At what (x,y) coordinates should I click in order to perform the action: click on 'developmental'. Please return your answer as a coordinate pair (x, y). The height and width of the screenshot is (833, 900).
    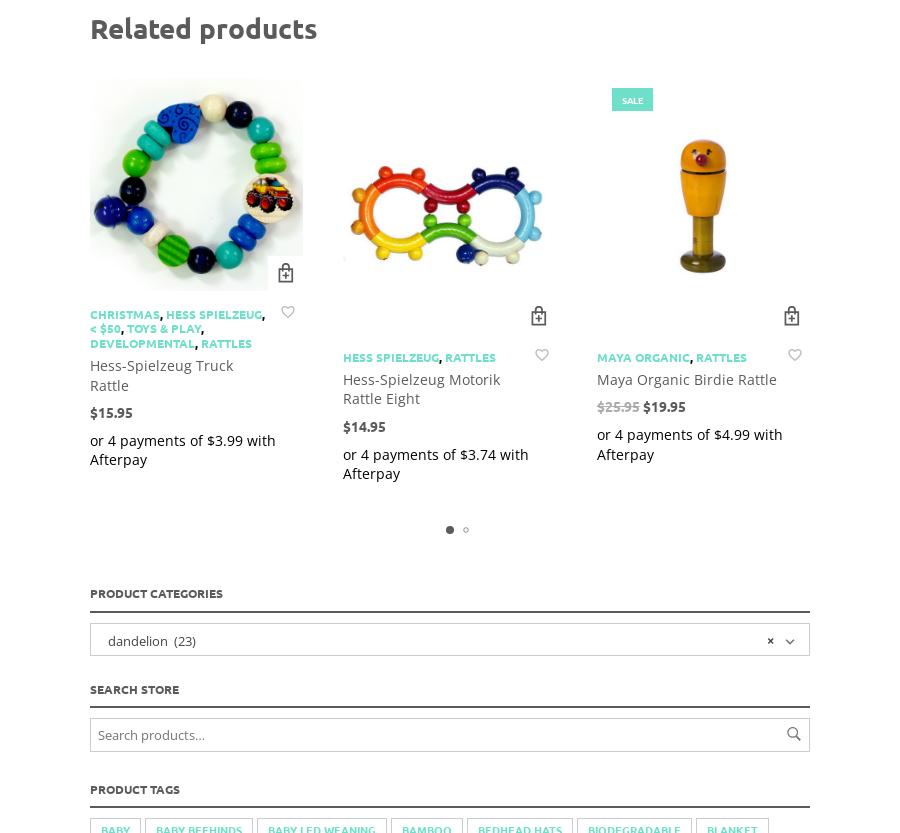
    Looking at the image, I should click on (142, 341).